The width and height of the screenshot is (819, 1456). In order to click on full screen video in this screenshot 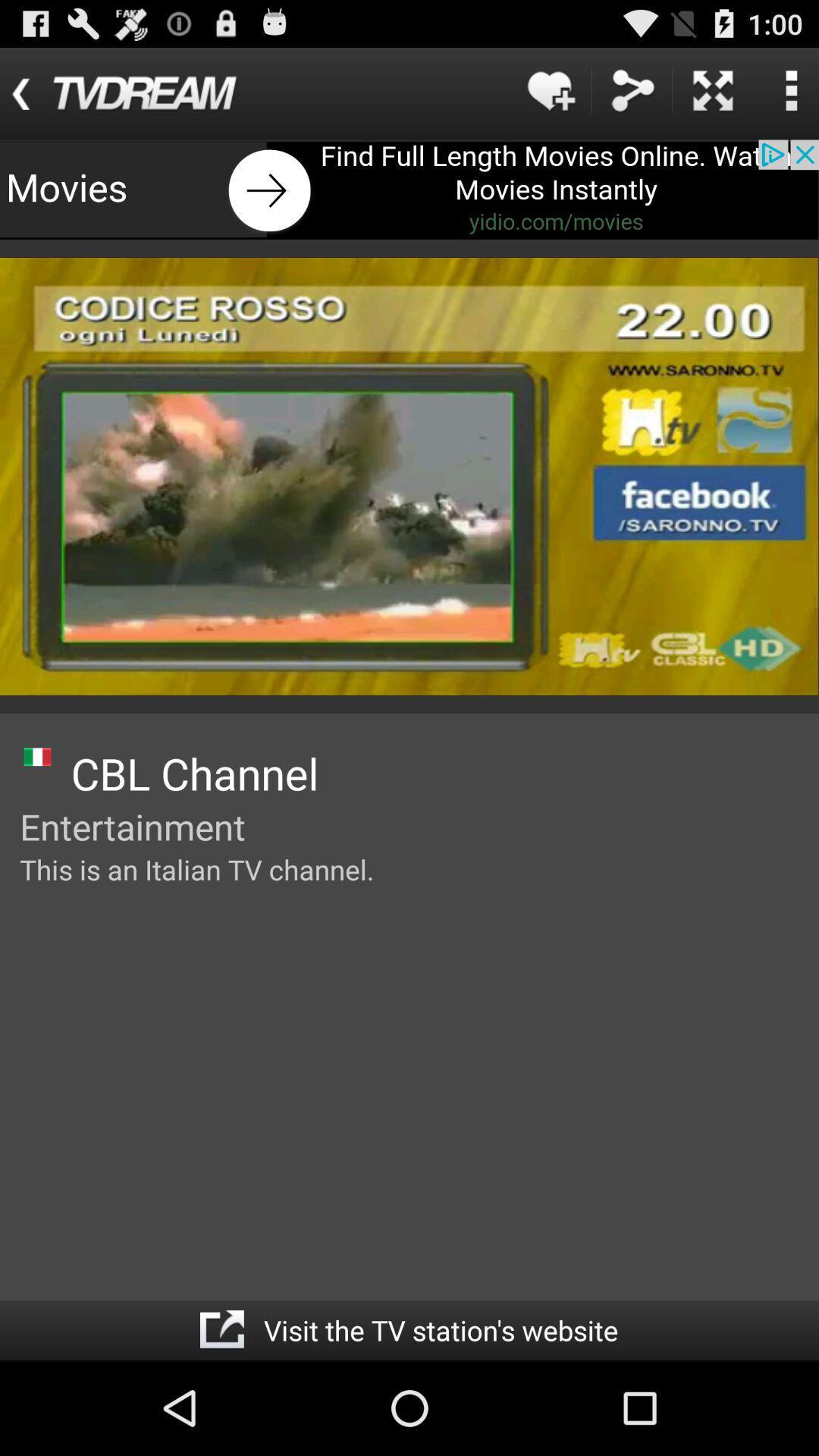, I will do `click(713, 89)`.